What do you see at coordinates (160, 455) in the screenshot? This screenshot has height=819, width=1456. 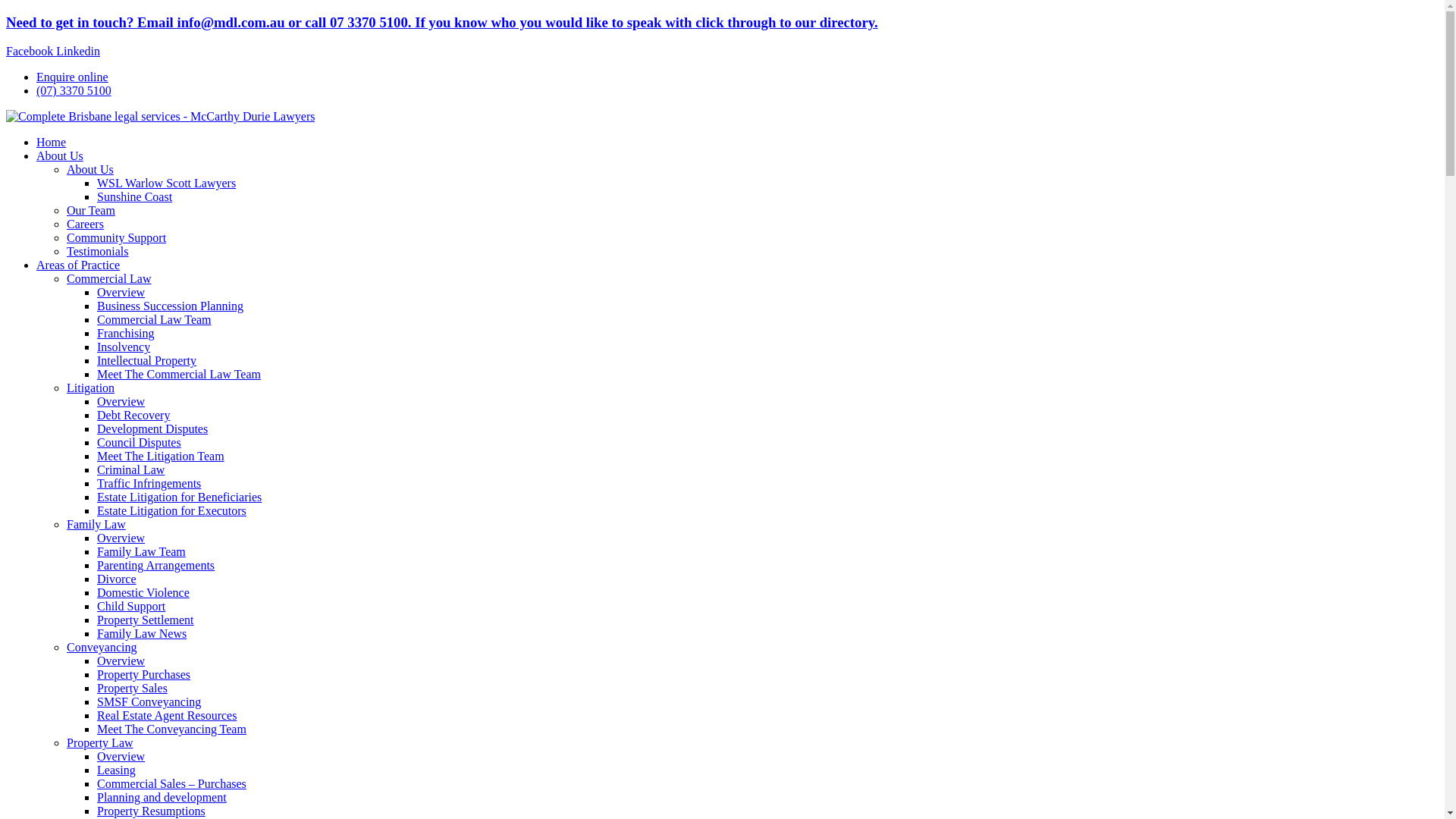 I see `'Meet The Litigation Team'` at bounding box center [160, 455].